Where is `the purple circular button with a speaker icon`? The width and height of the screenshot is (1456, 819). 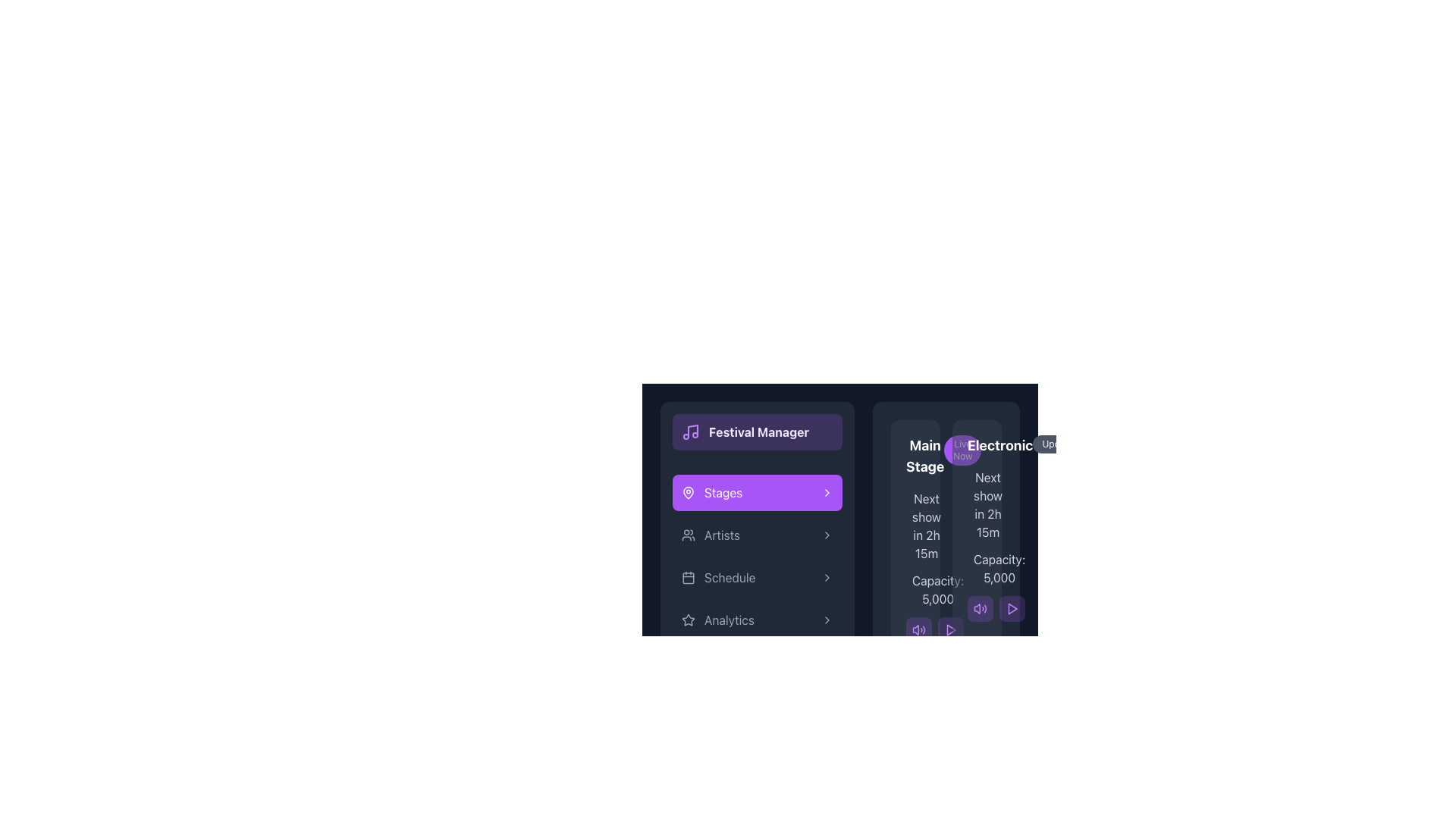 the purple circular button with a speaker icon is located at coordinates (980, 607).